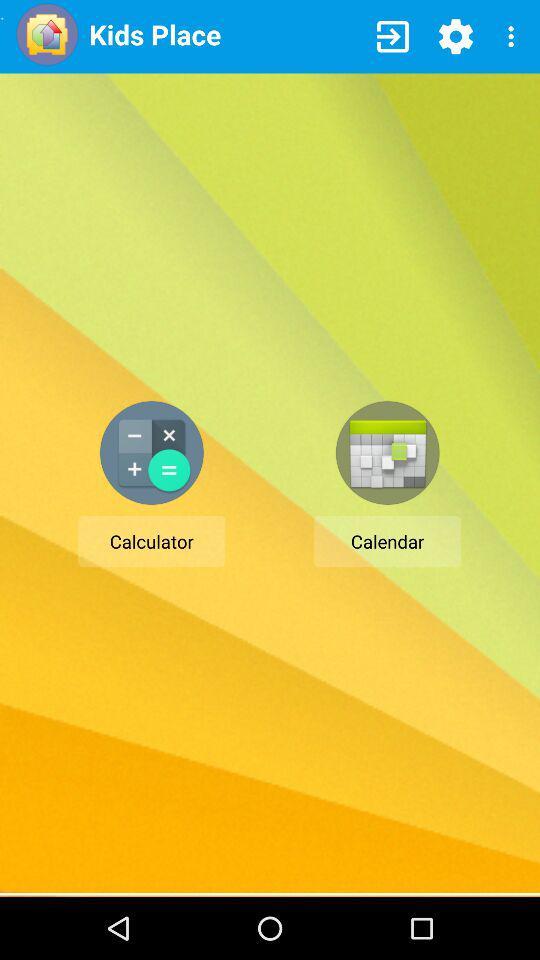 This screenshot has width=540, height=960. I want to click on the item next to kids place icon, so click(393, 35).